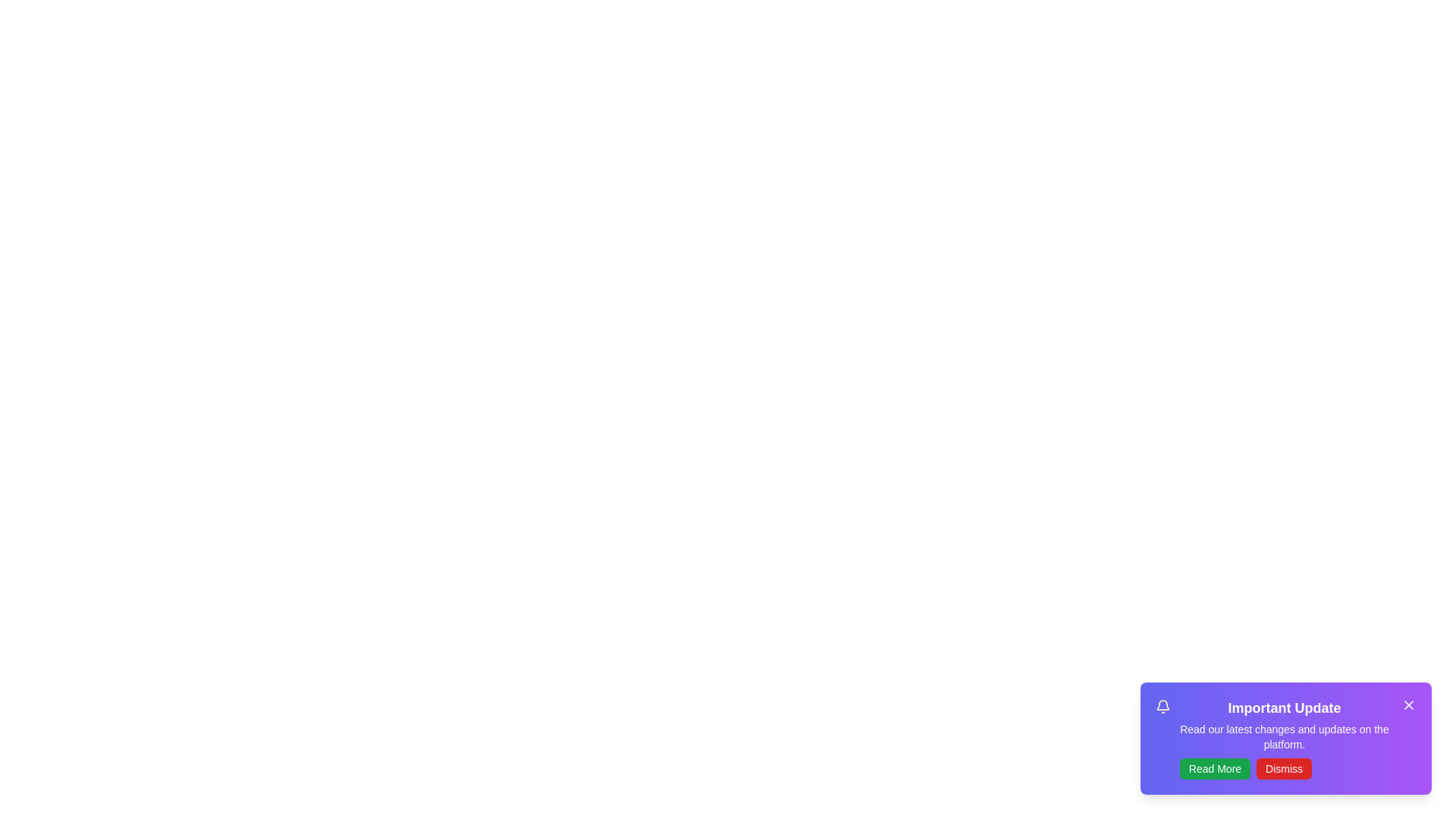 The image size is (1456, 819). Describe the element at coordinates (1283, 769) in the screenshot. I see `the 'Dismiss' button to dismiss the notification` at that location.